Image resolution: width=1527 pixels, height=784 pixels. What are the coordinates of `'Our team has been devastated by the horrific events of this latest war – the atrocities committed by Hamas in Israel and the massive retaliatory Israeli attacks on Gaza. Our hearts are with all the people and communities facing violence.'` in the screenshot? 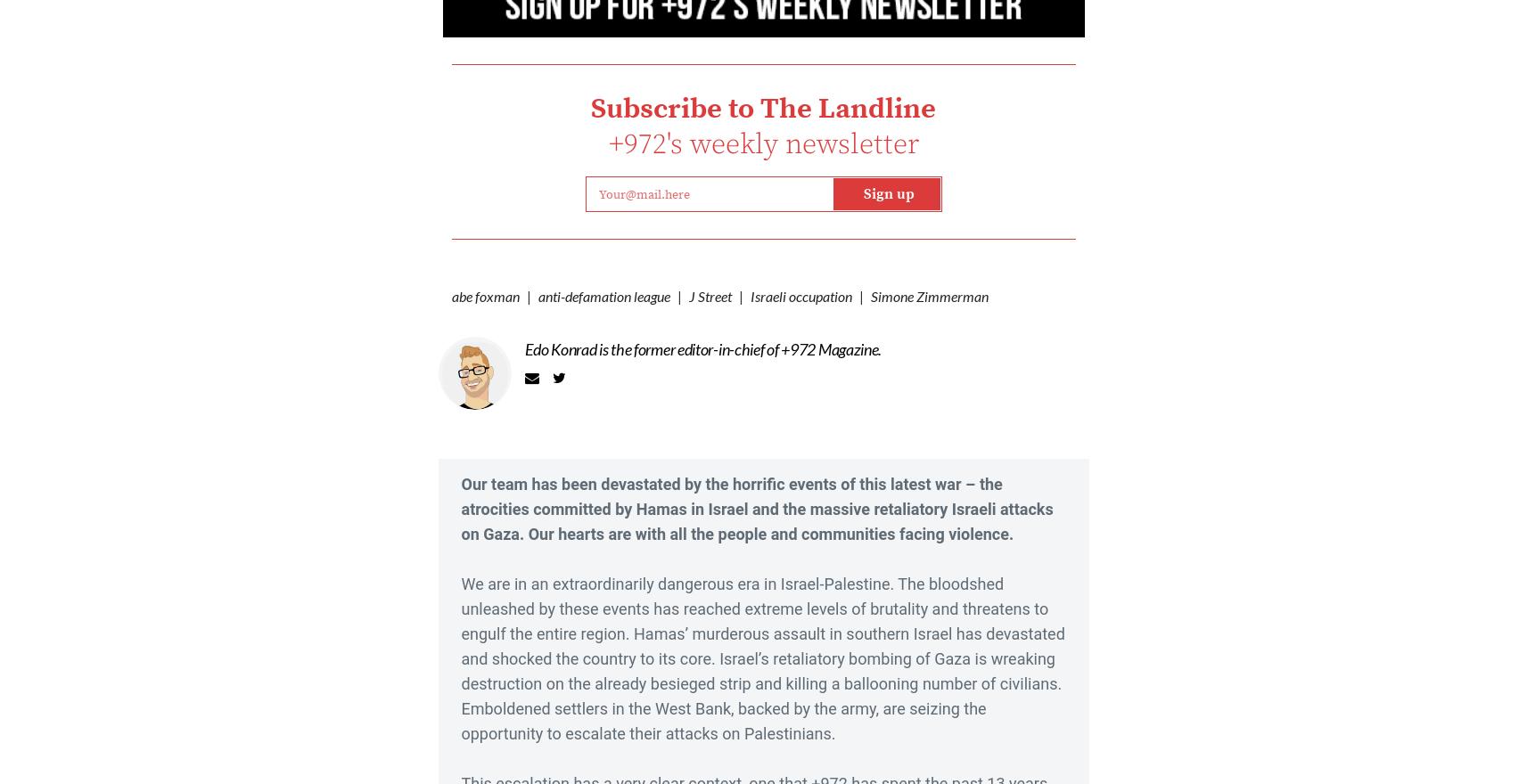 It's located at (460, 508).